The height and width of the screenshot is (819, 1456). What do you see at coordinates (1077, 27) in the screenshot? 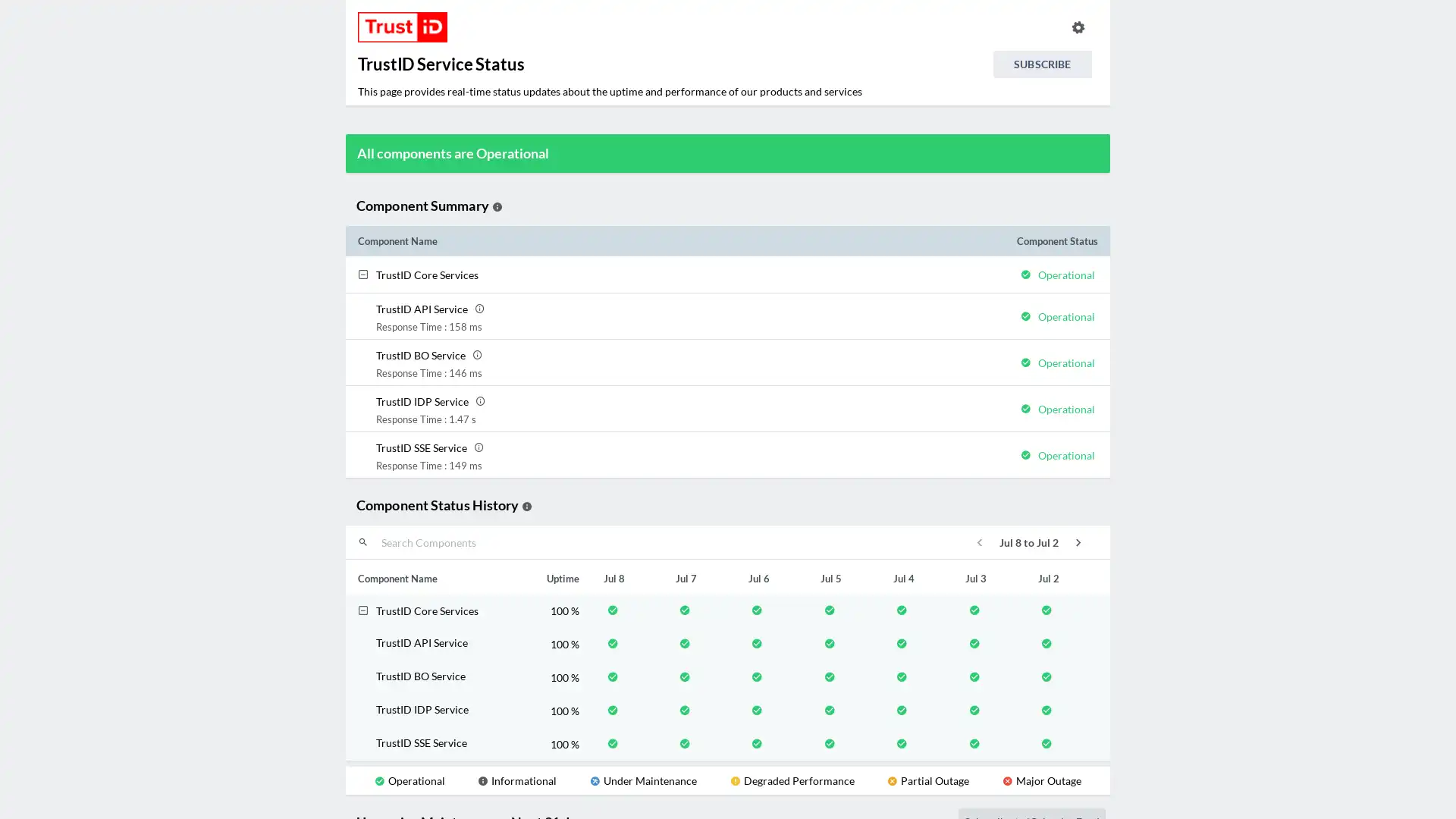
I see `info.statuspage.switch.timezone.language` at bounding box center [1077, 27].